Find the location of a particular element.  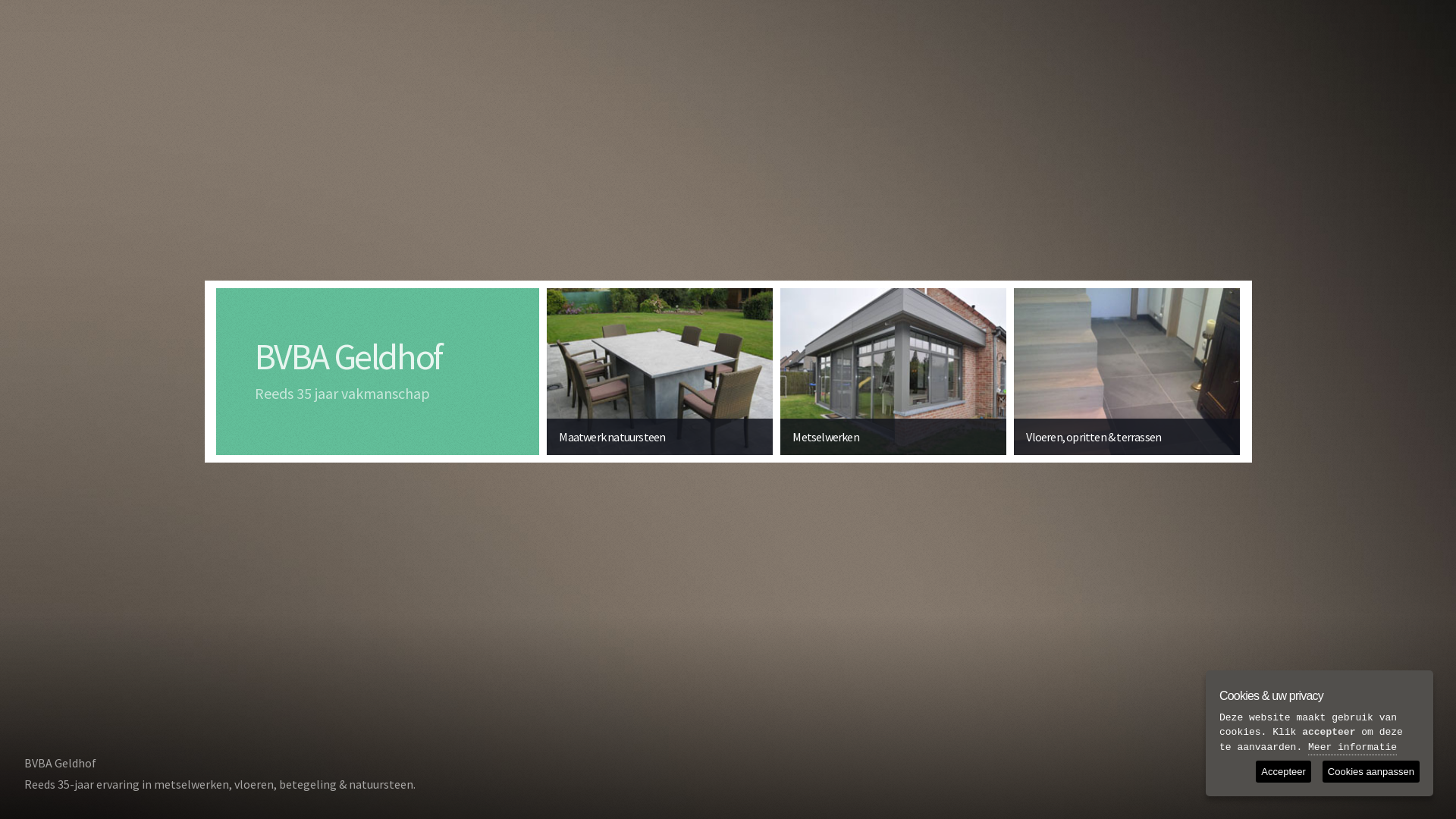

'Meer informatie' is located at coordinates (1352, 748).